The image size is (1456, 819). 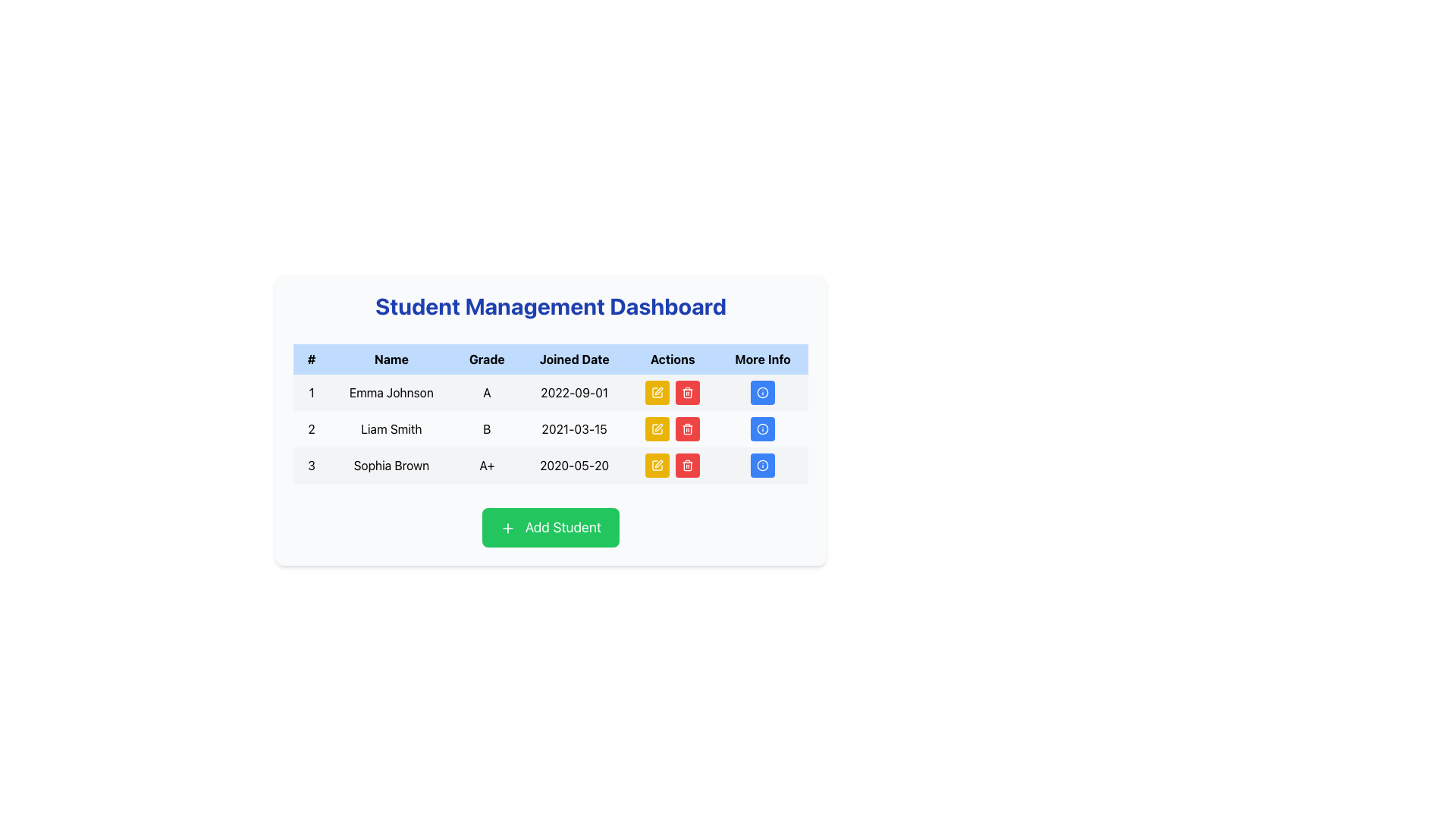 What do you see at coordinates (487, 359) in the screenshot?
I see `the 'Grade' text label in the header row of the table, which indicates grade-related information for the entries beneath it` at bounding box center [487, 359].